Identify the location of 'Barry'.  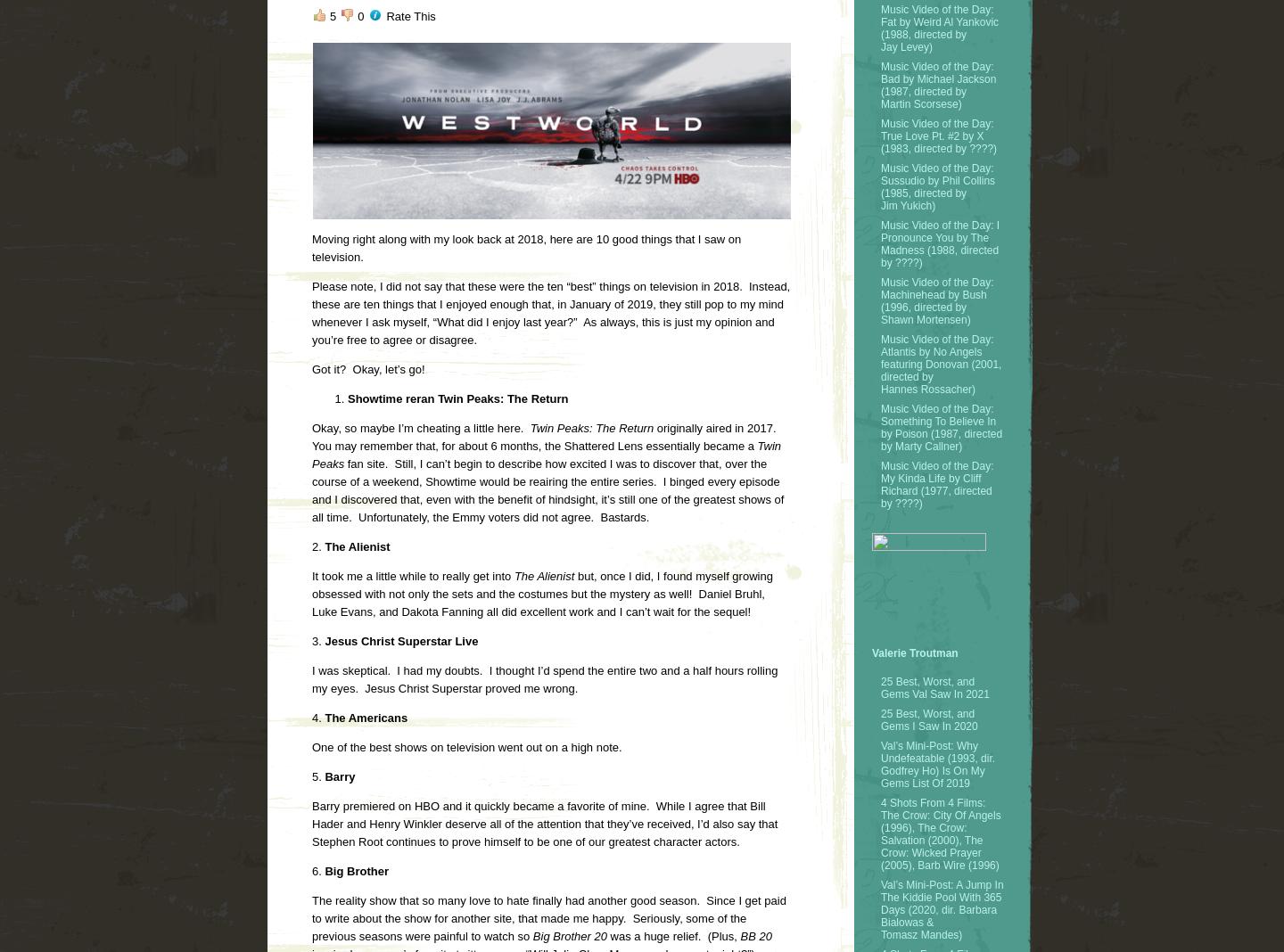
(337, 776).